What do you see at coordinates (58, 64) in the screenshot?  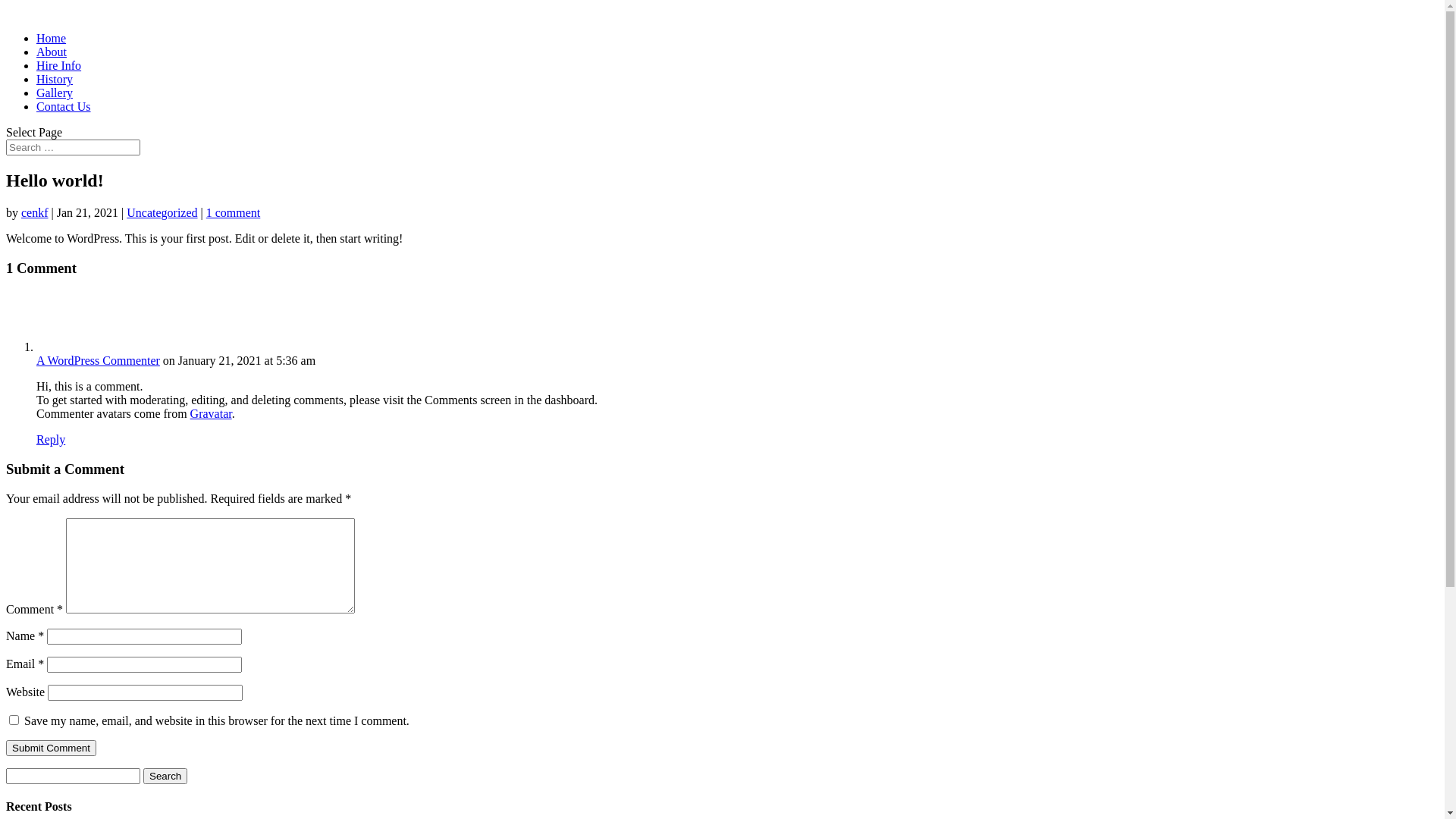 I see `'Hire Info'` at bounding box center [58, 64].